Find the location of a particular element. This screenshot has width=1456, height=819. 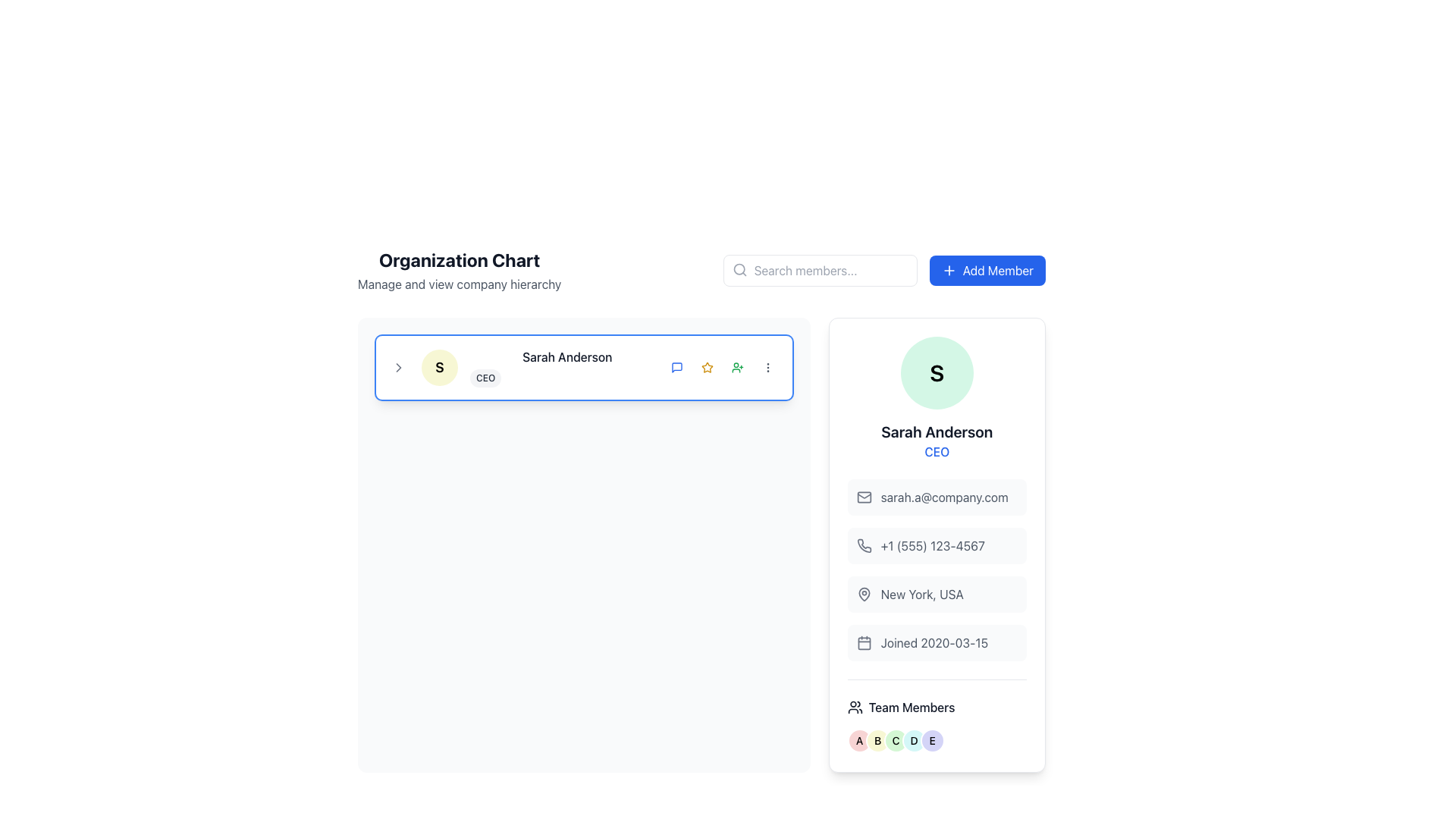

the Profile Initial Badge, which is a circular badge with a light yellow background and the letter 'S' in black bold font is located at coordinates (439, 368).